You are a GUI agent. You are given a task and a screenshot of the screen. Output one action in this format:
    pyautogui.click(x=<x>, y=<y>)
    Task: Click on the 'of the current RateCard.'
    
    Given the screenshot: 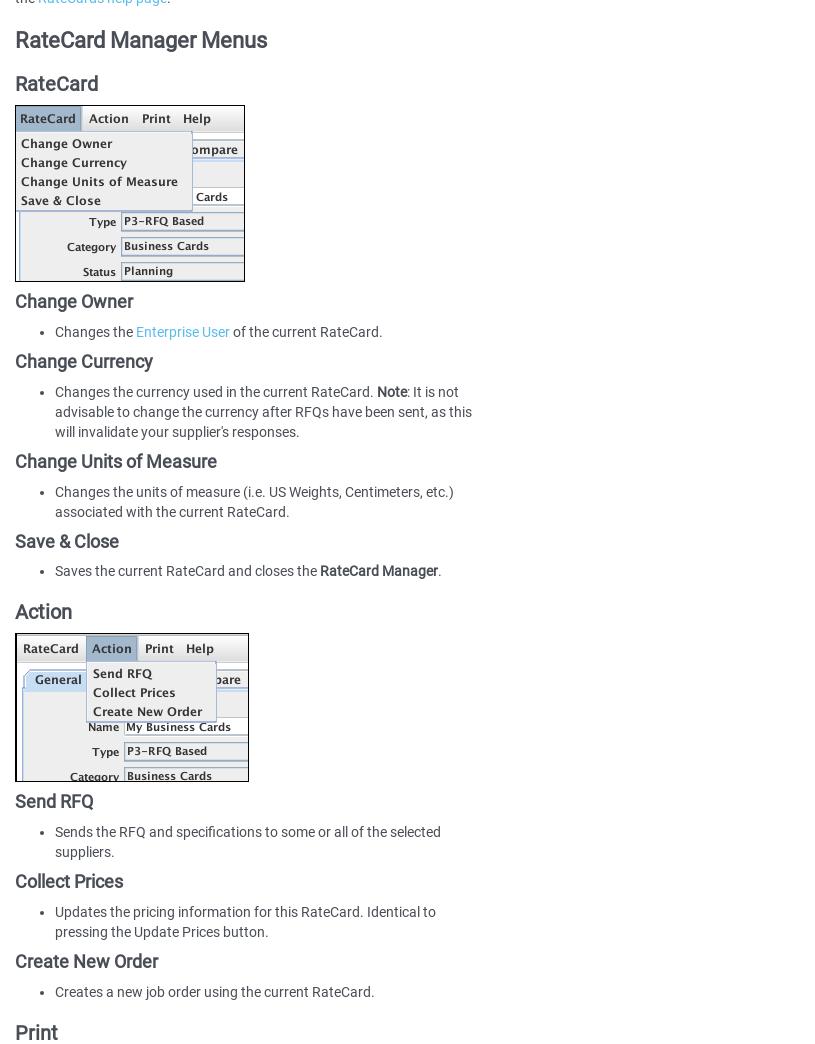 What is the action you would take?
    pyautogui.click(x=229, y=331)
    